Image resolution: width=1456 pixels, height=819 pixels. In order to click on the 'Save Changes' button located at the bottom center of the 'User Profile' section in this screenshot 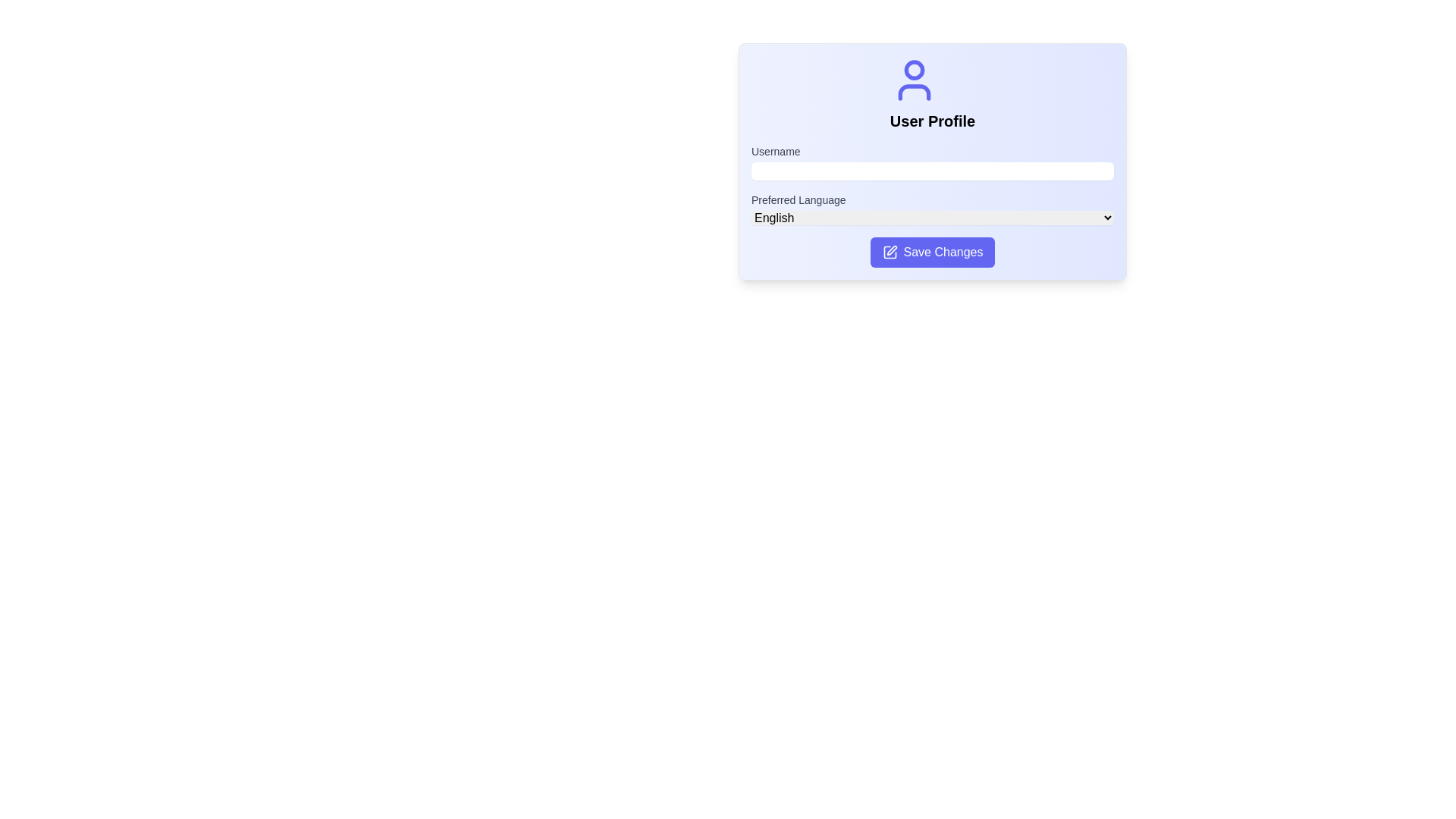, I will do `click(931, 251)`.